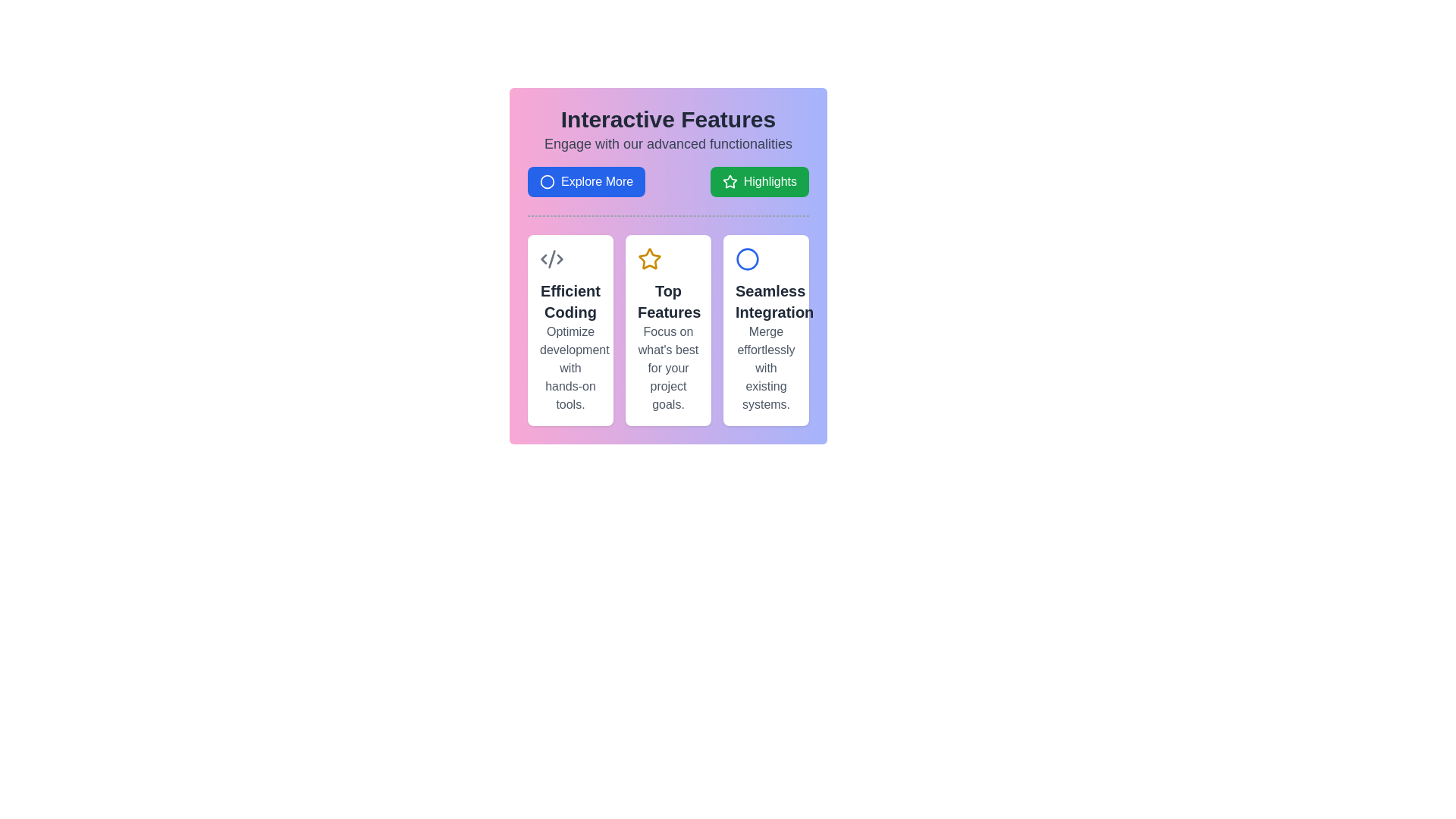 The width and height of the screenshot is (1456, 819). What do you see at coordinates (667, 301) in the screenshot?
I see `text label that says 'Top Features', which is a bold and slightly large font in dark gray, located at the top-middle of the middle card in a horizontal group of three cards` at bounding box center [667, 301].